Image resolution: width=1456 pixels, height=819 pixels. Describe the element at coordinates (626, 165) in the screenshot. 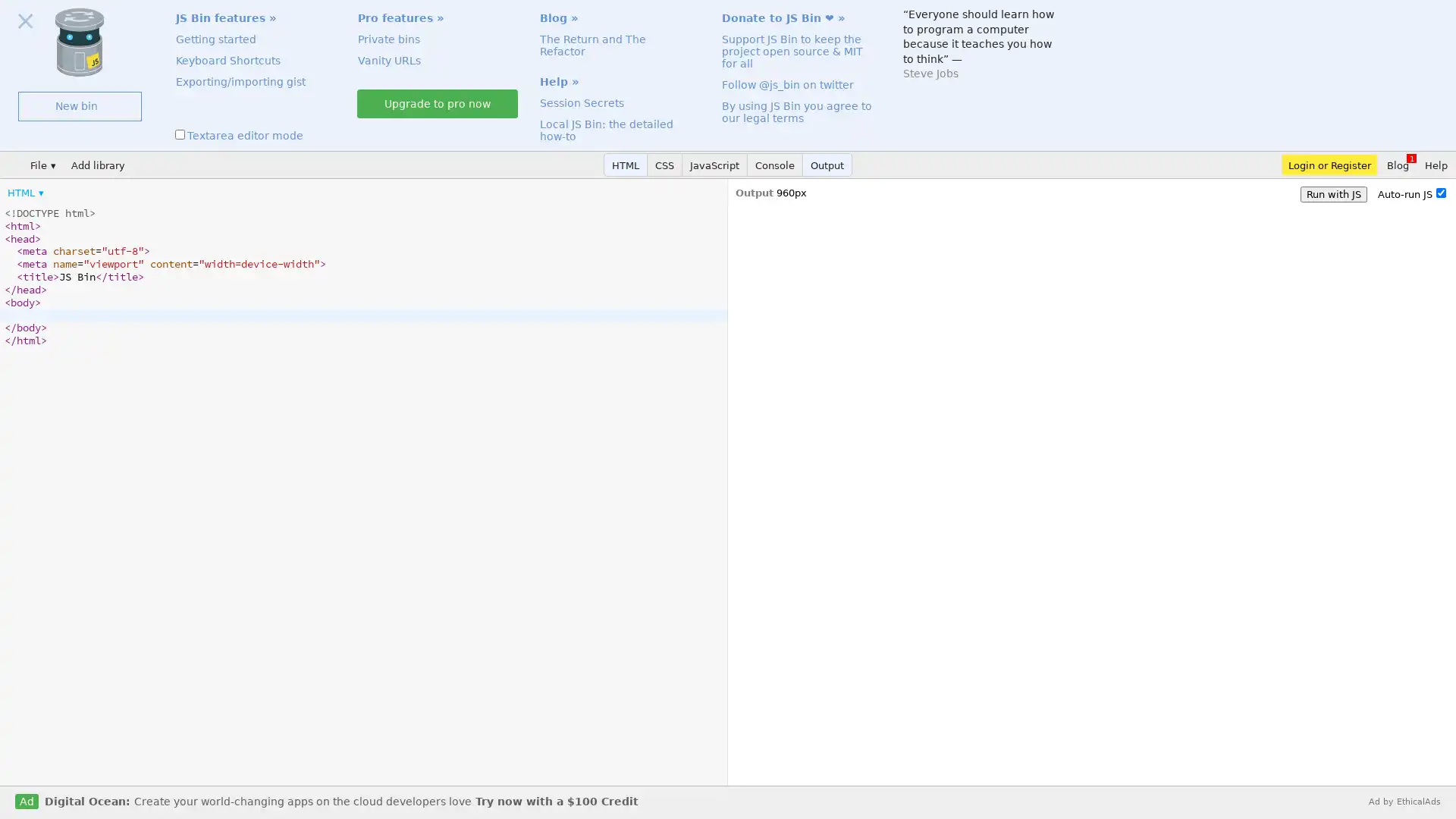

I see `HTML Panel: Active` at that location.